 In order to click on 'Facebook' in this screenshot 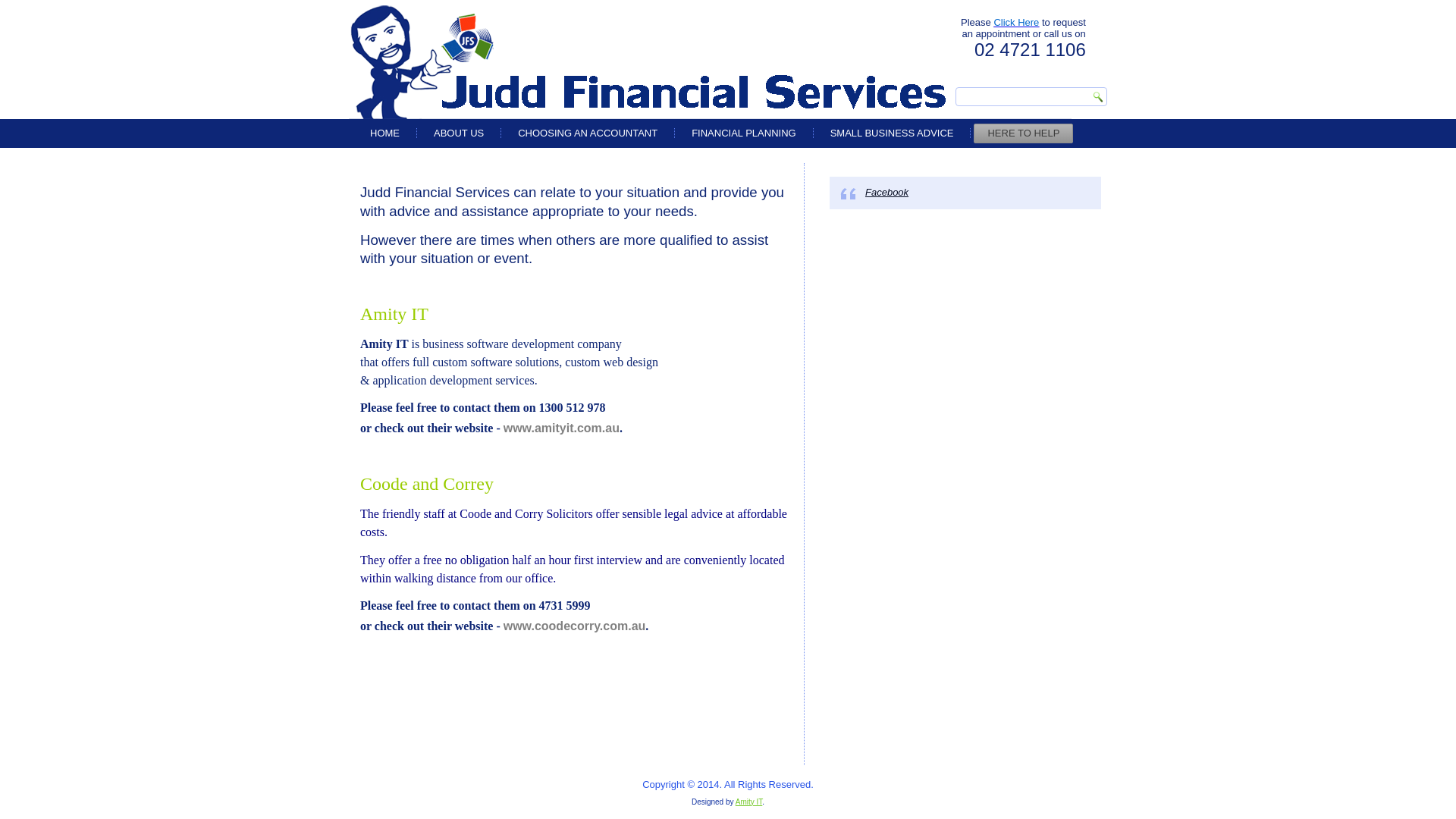, I will do `click(886, 191)`.